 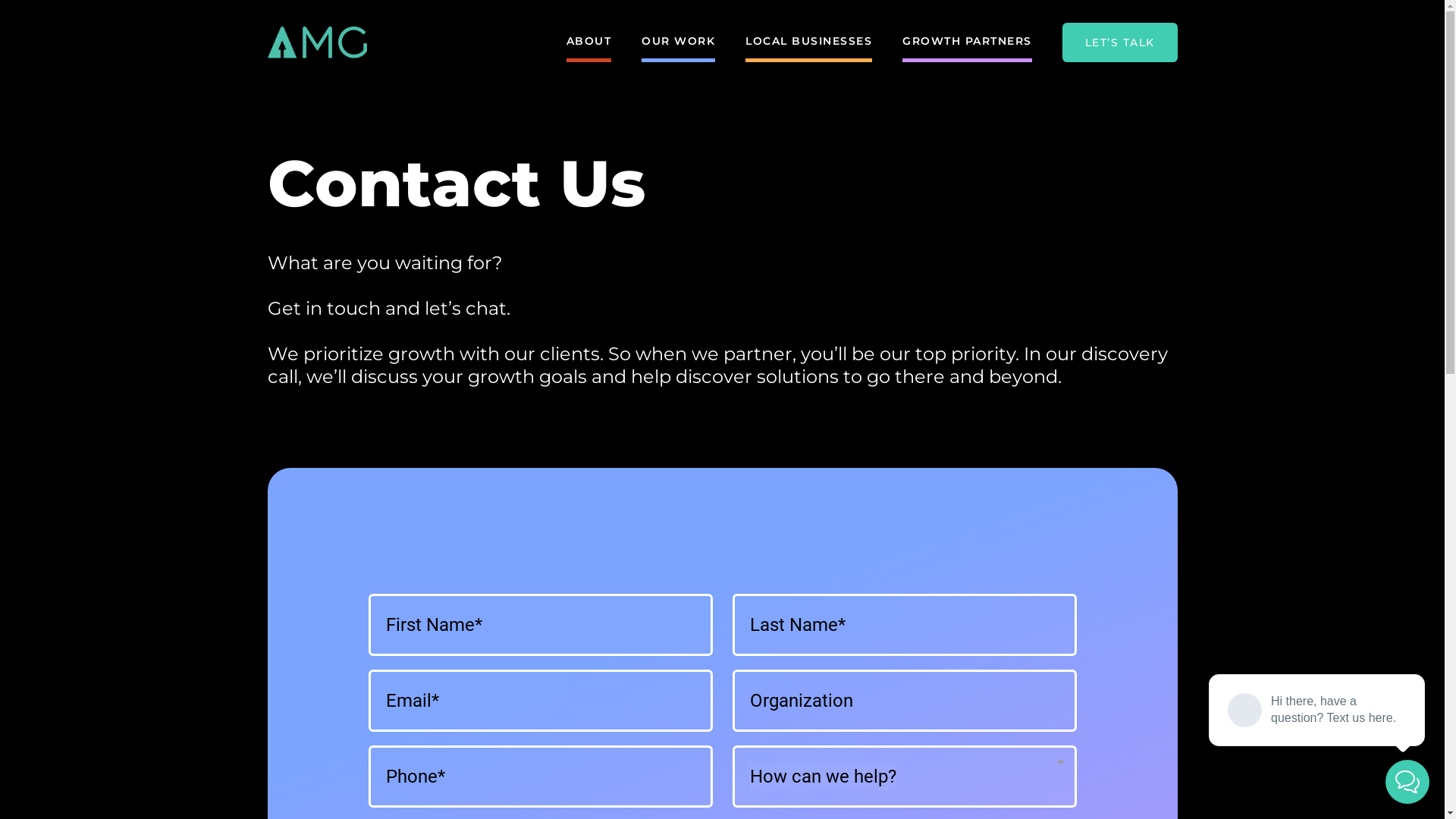 I want to click on 'GROWTH PARTNERS', so click(x=966, y=42).